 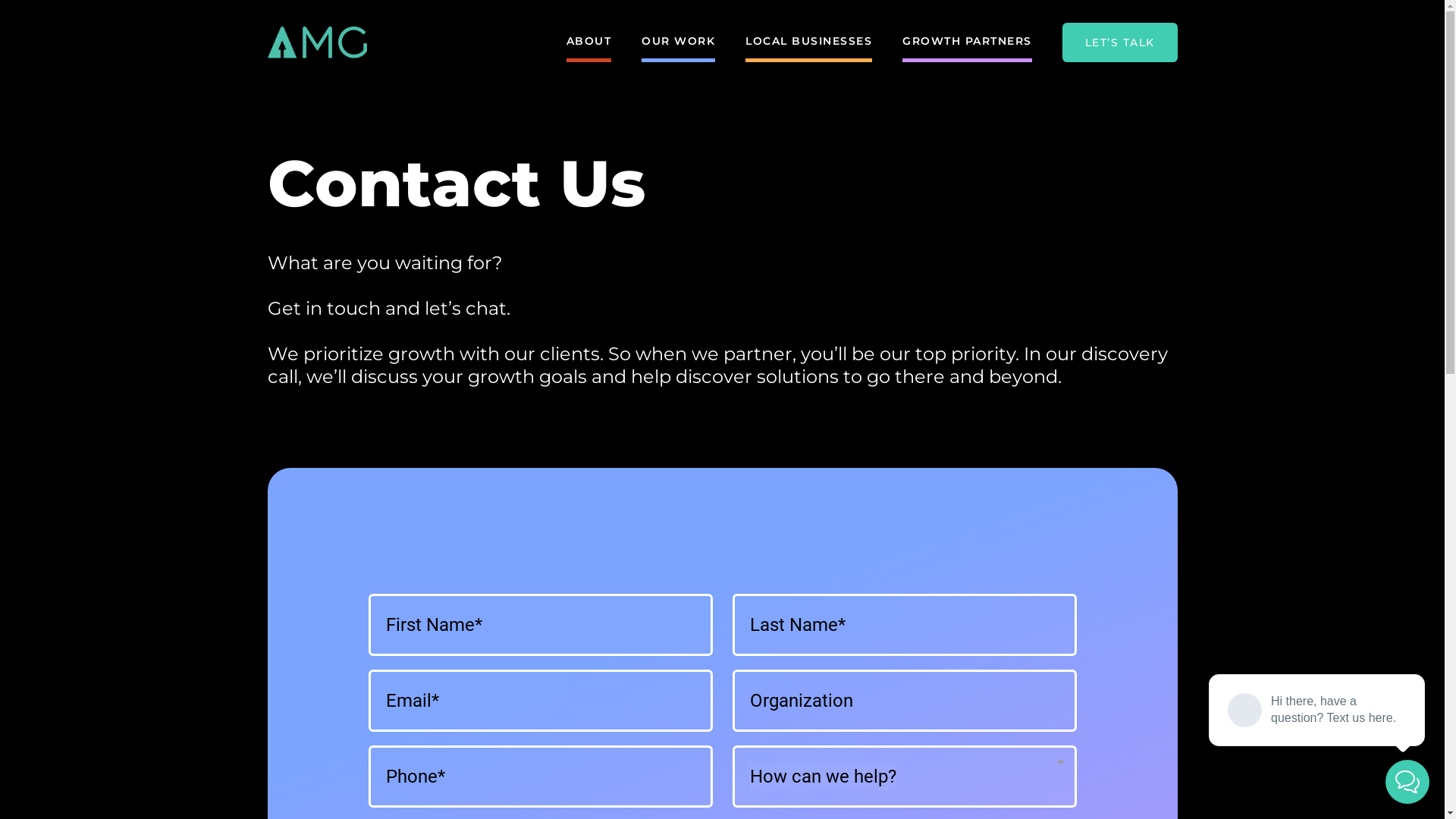 I want to click on 'GROWTH PARTNERS', so click(x=966, y=42).